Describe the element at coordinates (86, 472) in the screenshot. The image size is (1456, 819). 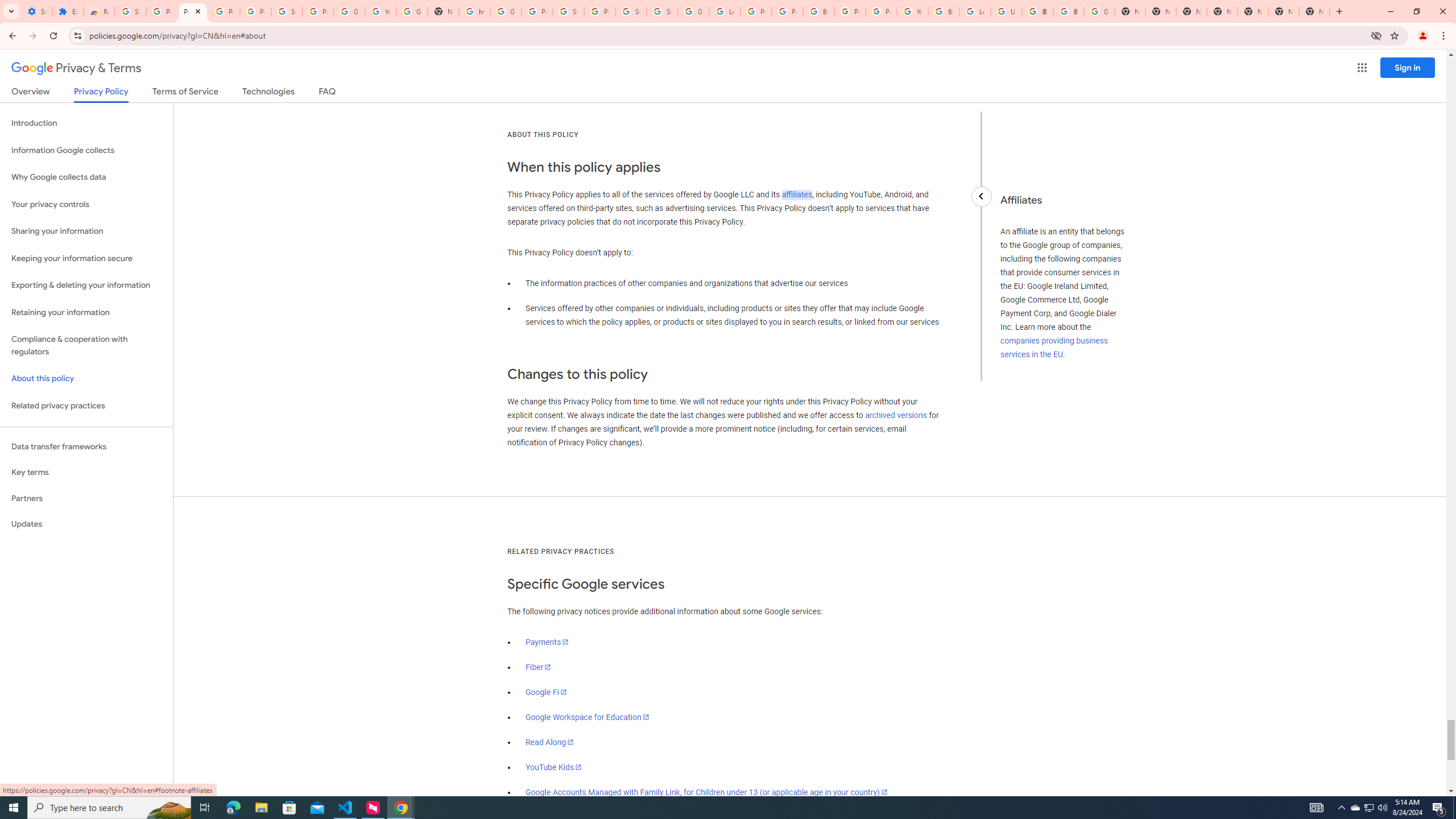
I see `'Key terms'` at that location.